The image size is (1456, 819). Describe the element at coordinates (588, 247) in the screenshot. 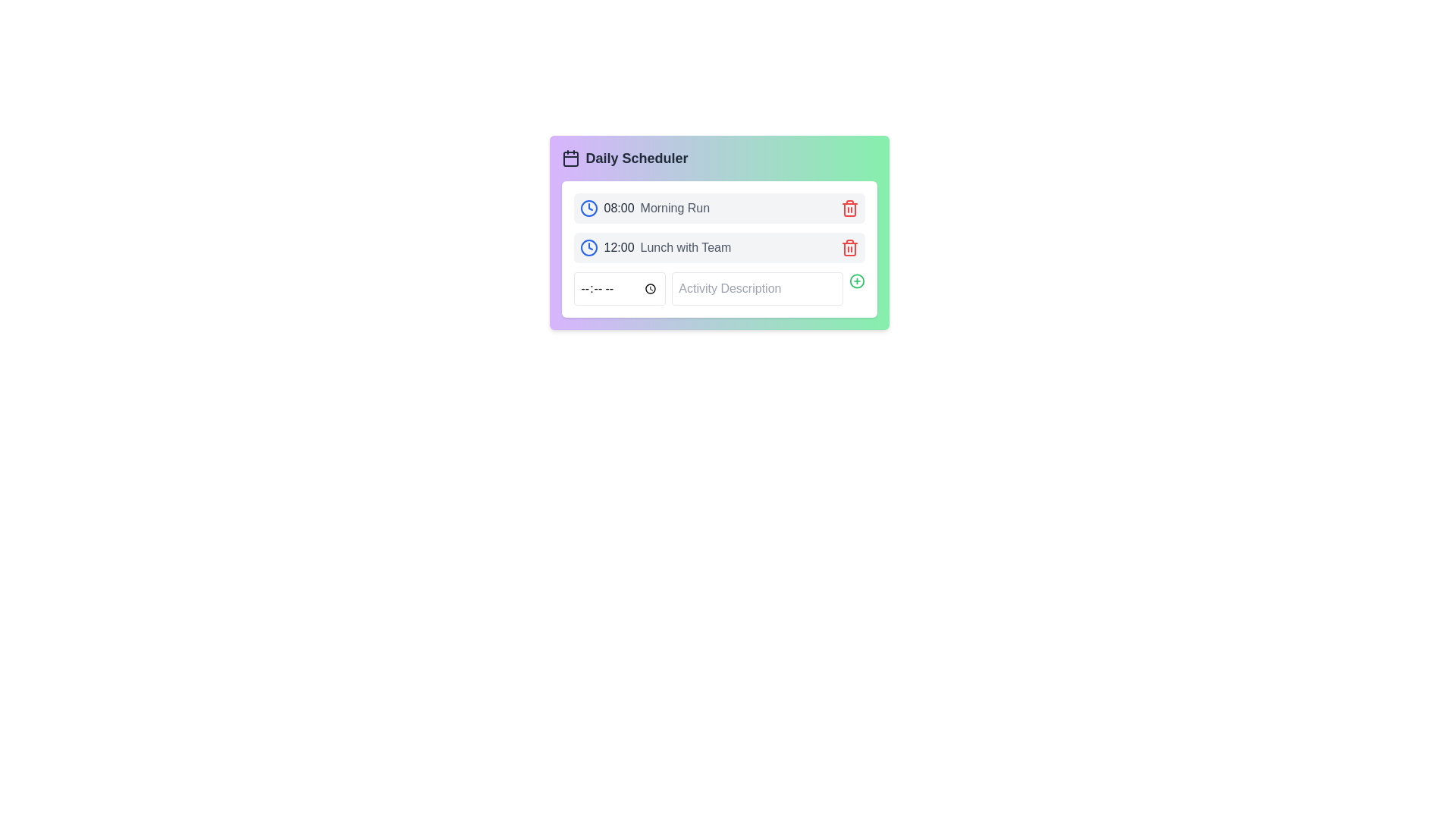

I see `the SVG Circle that is centrally positioned within the clock-shaped icon, located to the left of the '08:00 Morning Run' and '12:00 Lunch with Team' labels` at that location.